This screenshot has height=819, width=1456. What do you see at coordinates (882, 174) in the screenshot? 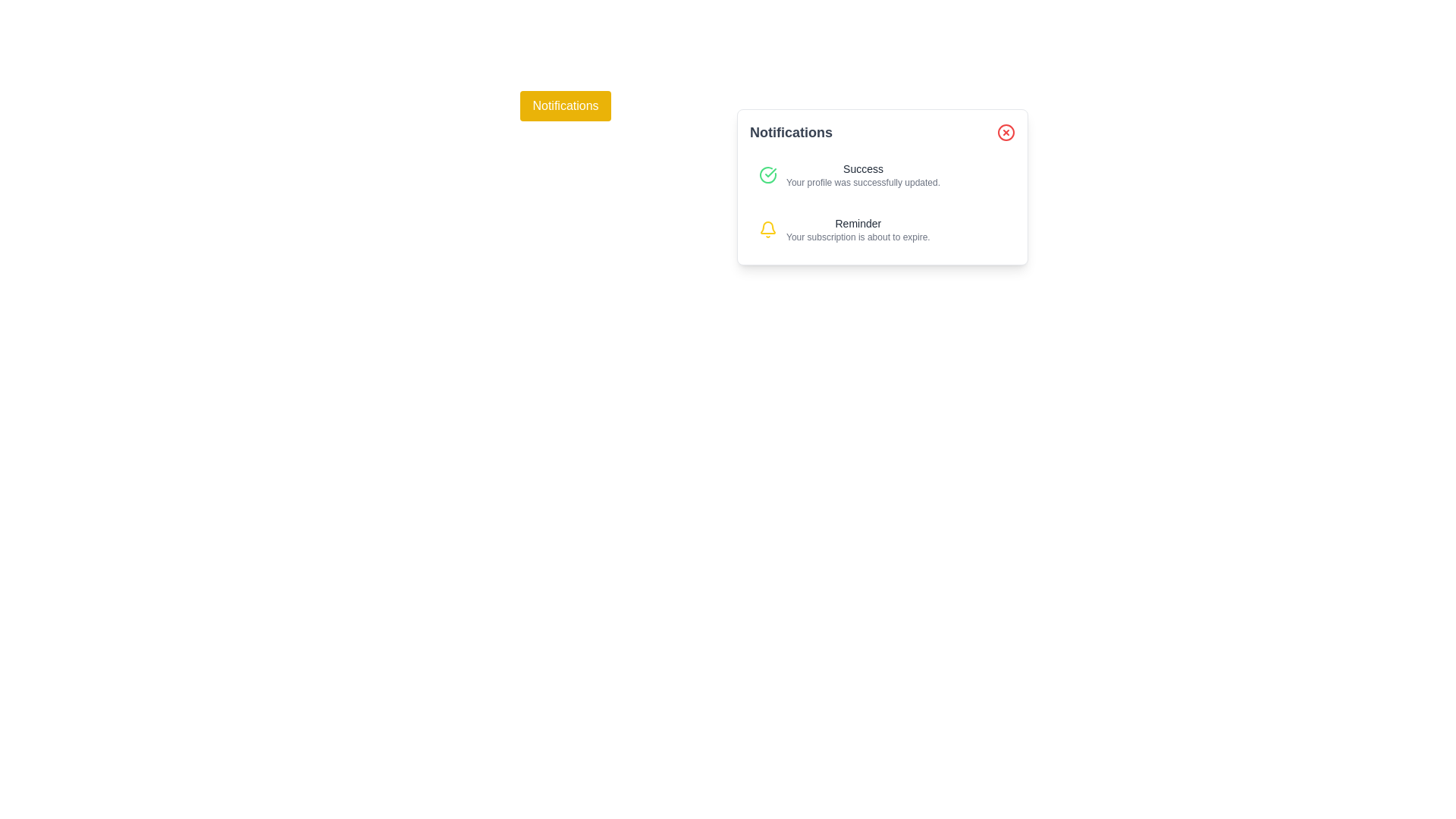
I see `the notification message styled with a green circular icon featuring a checkmark, which reads 'Success' followed by 'Your profile was successfully updated.'` at bounding box center [882, 174].